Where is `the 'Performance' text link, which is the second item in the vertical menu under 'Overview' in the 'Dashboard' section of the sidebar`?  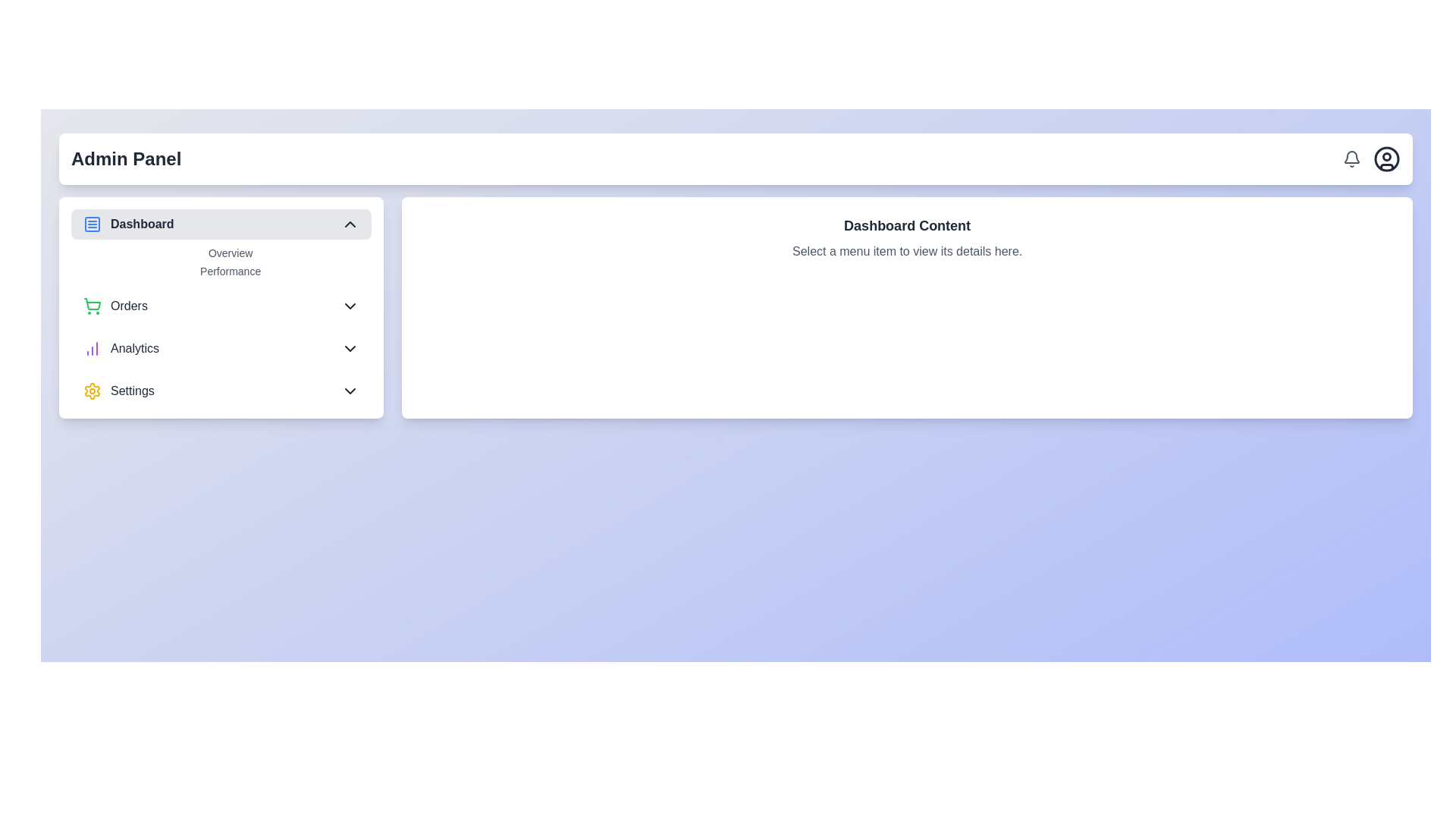
the 'Performance' text link, which is the second item in the vertical menu under 'Overview' in the 'Dashboard' section of the sidebar is located at coordinates (229, 271).